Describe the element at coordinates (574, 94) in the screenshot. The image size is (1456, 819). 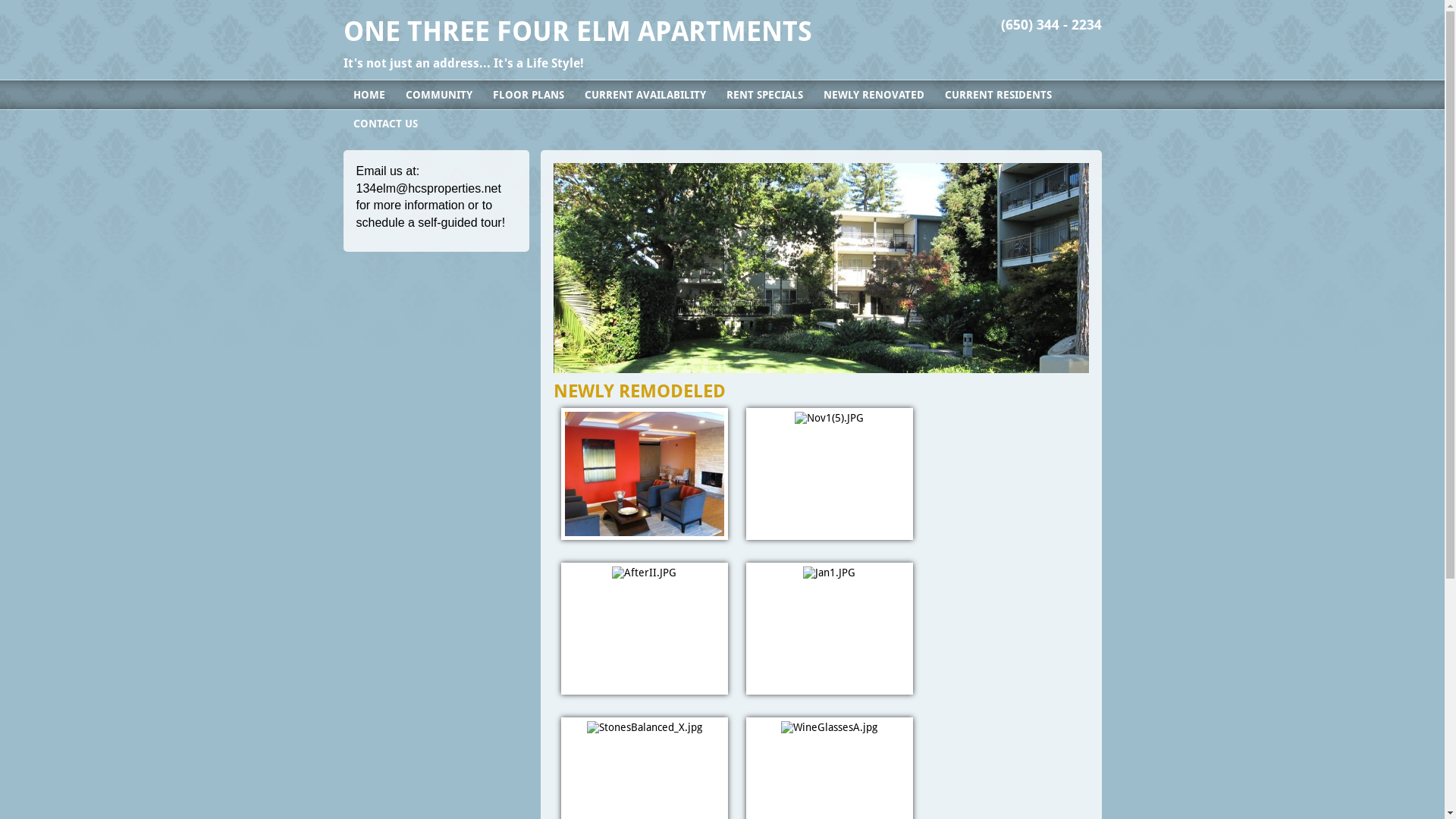
I see `'CURRENT AVAILABILITY'` at that location.